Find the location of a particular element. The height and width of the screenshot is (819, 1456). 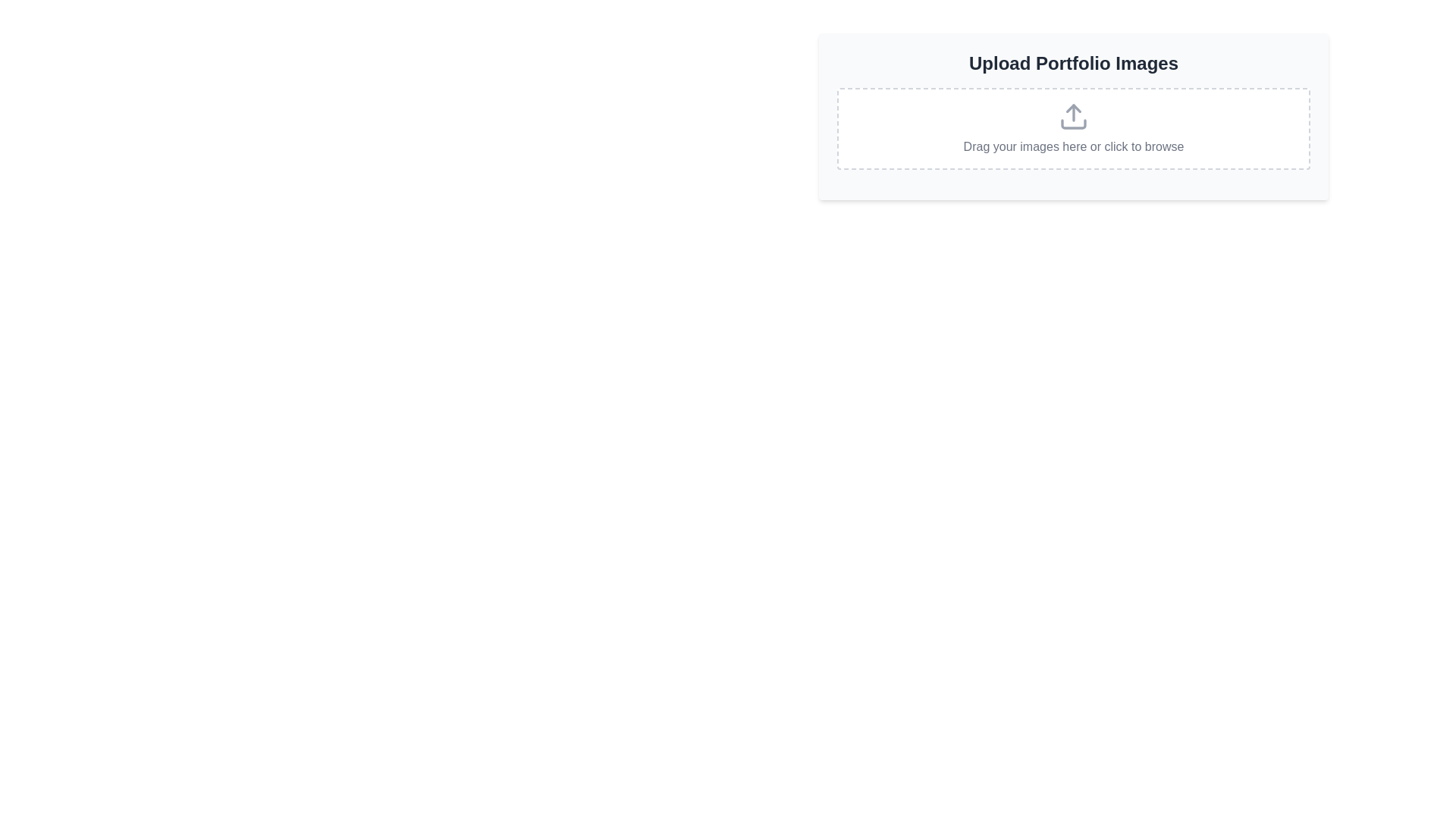

the horizontal bar with rounded ends that is part of the upload symbol icon, which serves as the base for the upward arrow, located in the center-top region of the interface is located at coordinates (1073, 124).